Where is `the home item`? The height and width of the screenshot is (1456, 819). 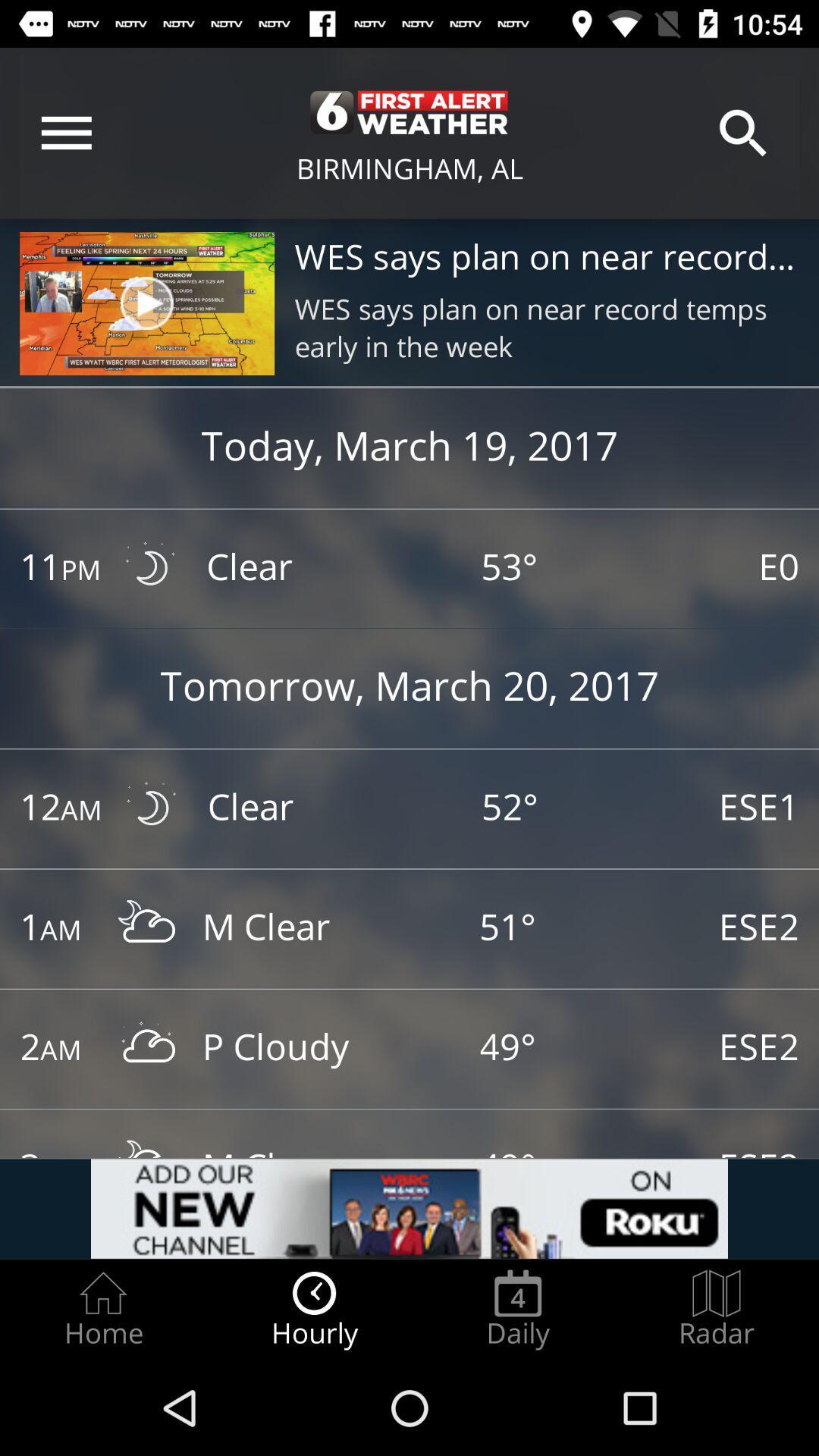 the home item is located at coordinates (102, 1309).